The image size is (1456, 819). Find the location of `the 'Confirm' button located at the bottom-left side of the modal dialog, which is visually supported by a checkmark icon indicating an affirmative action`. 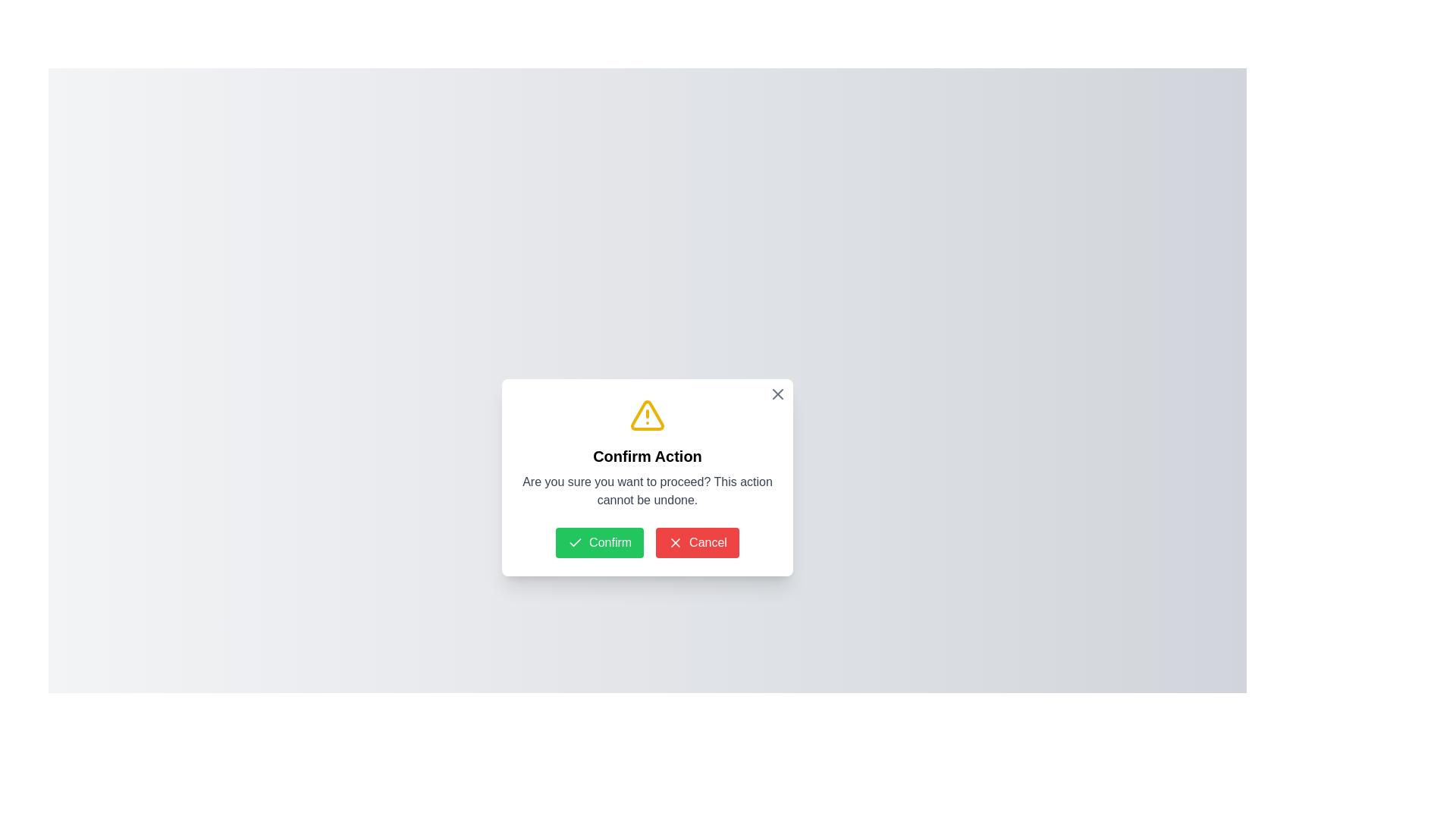

the 'Confirm' button located at the bottom-left side of the modal dialog, which is visually supported by a checkmark icon indicating an affirmative action is located at coordinates (575, 542).